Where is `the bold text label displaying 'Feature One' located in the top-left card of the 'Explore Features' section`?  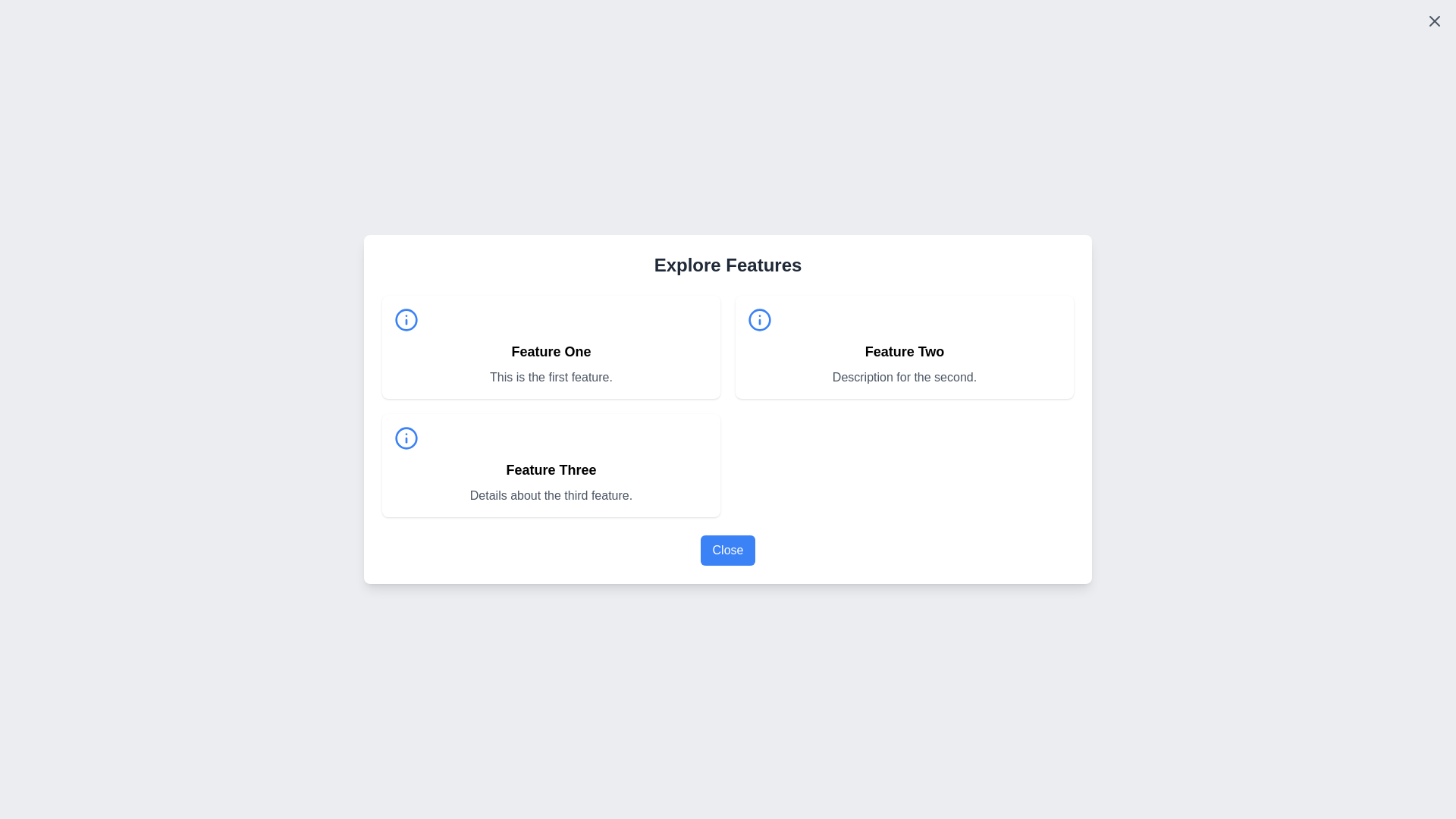 the bold text label displaying 'Feature One' located in the top-left card of the 'Explore Features' section is located at coordinates (550, 351).